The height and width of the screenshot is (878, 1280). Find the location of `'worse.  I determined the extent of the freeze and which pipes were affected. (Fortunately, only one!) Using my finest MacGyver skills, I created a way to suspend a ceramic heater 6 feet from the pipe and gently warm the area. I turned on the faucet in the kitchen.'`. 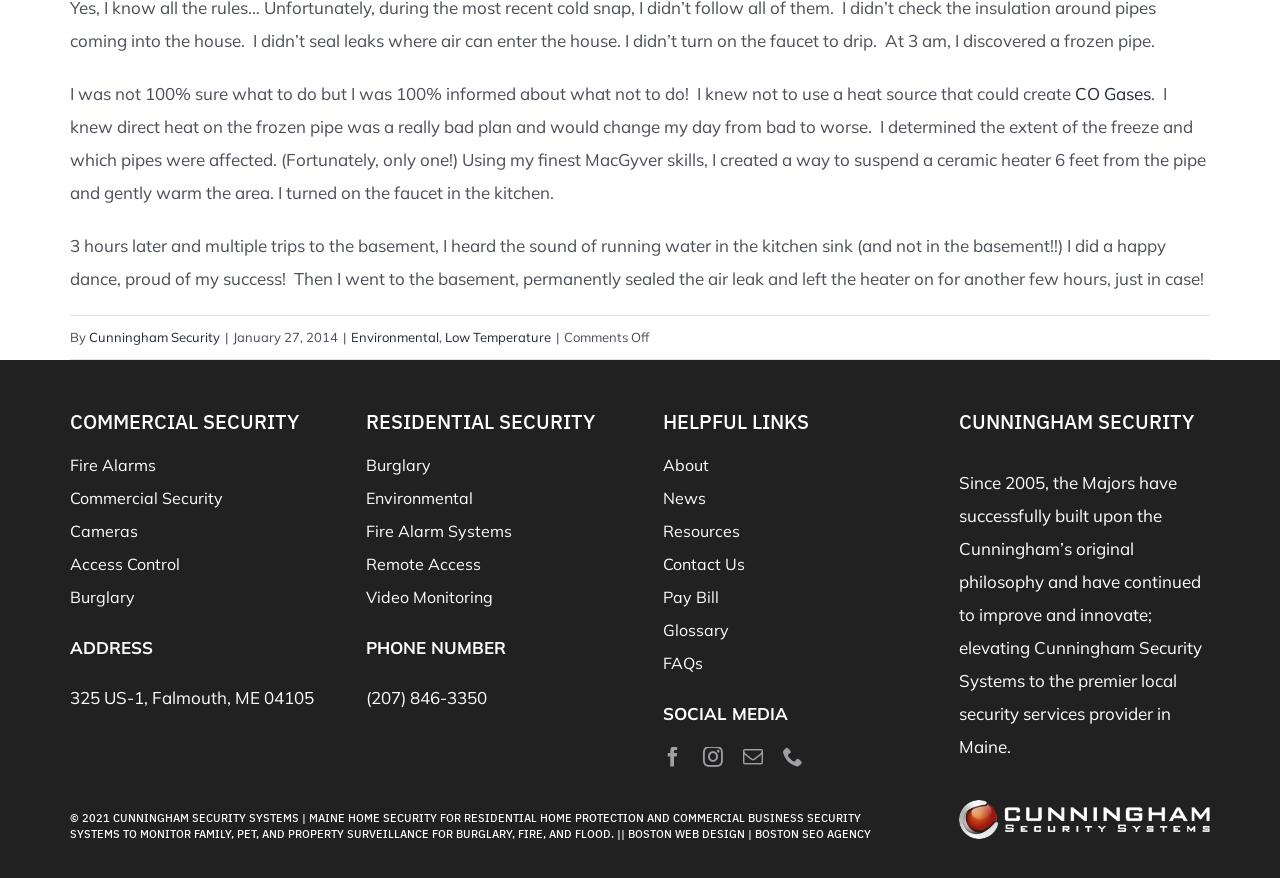

'worse.  I determined the extent of the freeze and which pipes were affected. (Fortunately, only one!) Using my finest MacGyver skills, I created a way to suspend a ceramic heater 6 feet from the pipe and gently warm the area. I turned on the faucet in the kitchen.' is located at coordinates (636, 158).